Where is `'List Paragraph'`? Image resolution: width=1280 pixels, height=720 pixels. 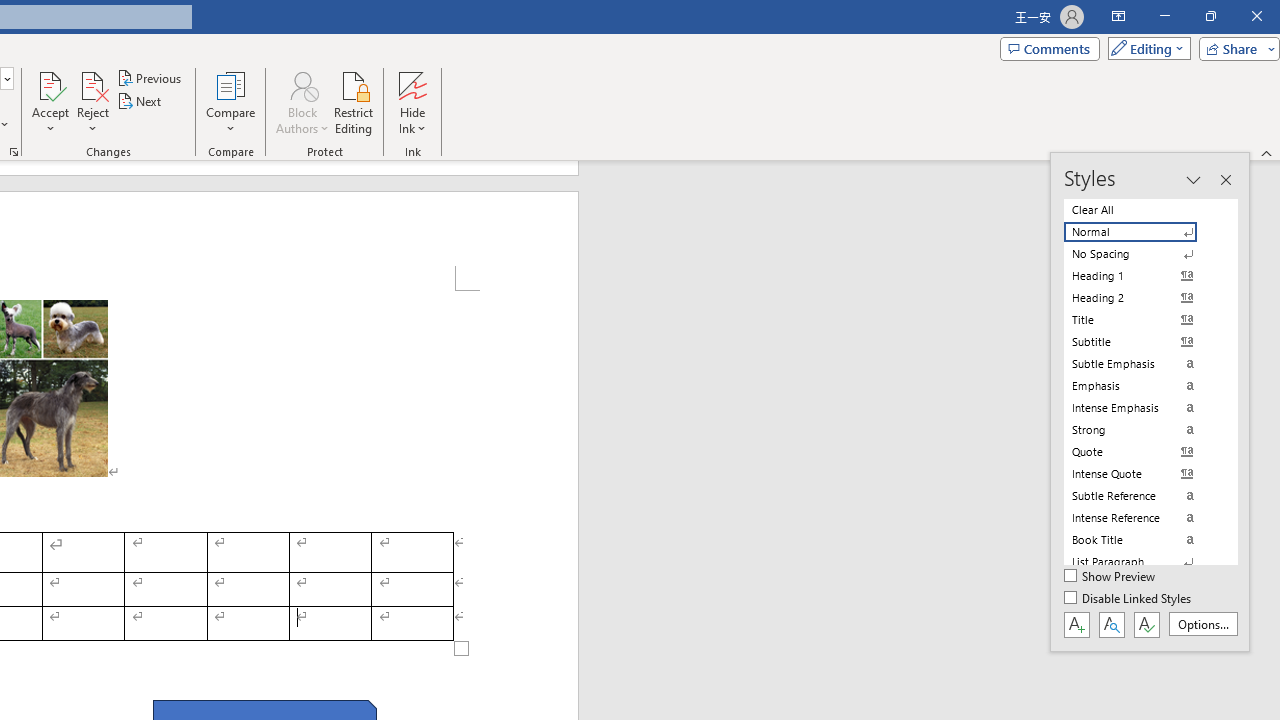 'List Paragraph' is located at coordinates (1142, 561).